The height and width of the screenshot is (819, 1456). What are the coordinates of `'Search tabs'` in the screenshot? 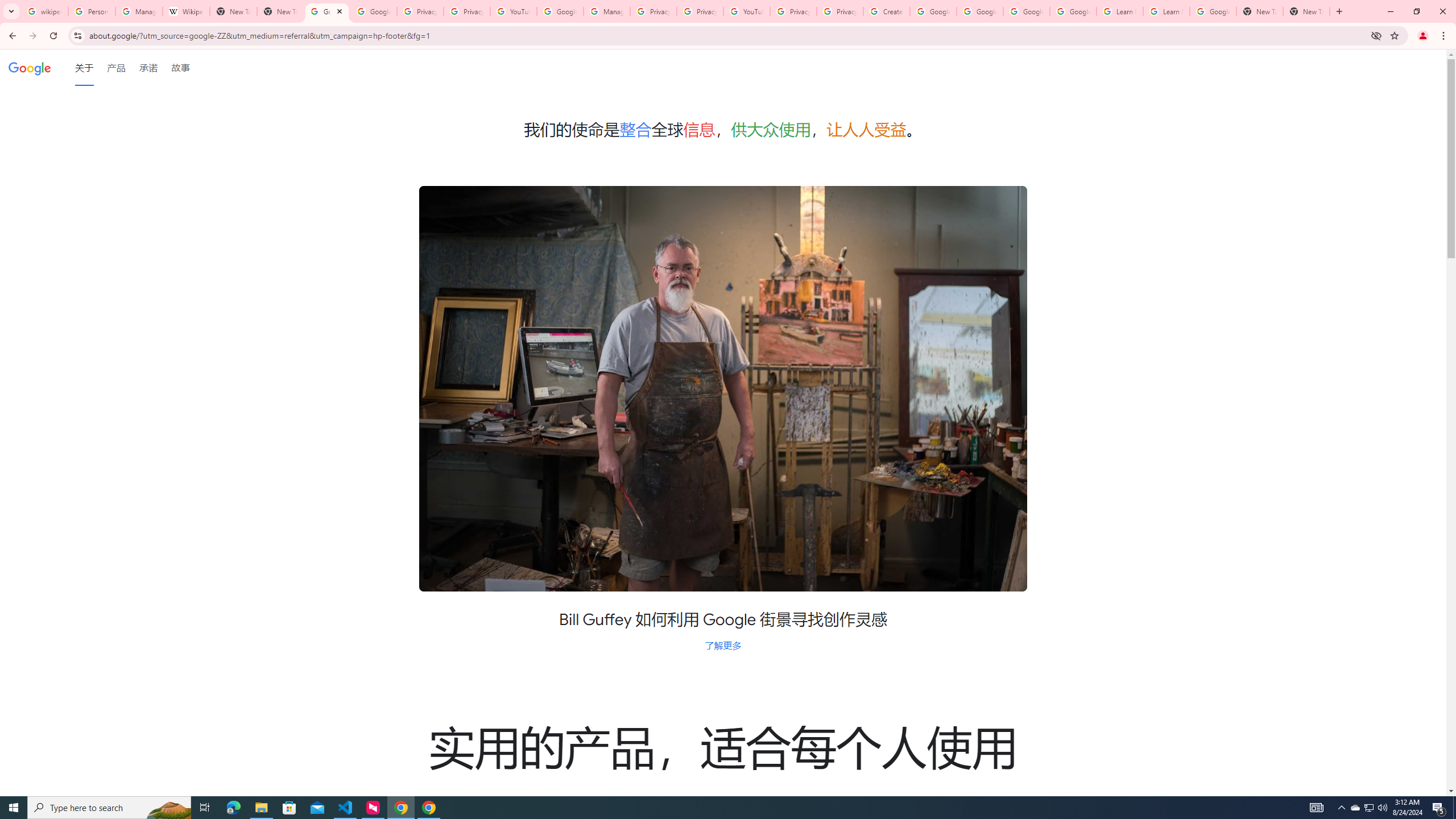 It's located at (11, 11).